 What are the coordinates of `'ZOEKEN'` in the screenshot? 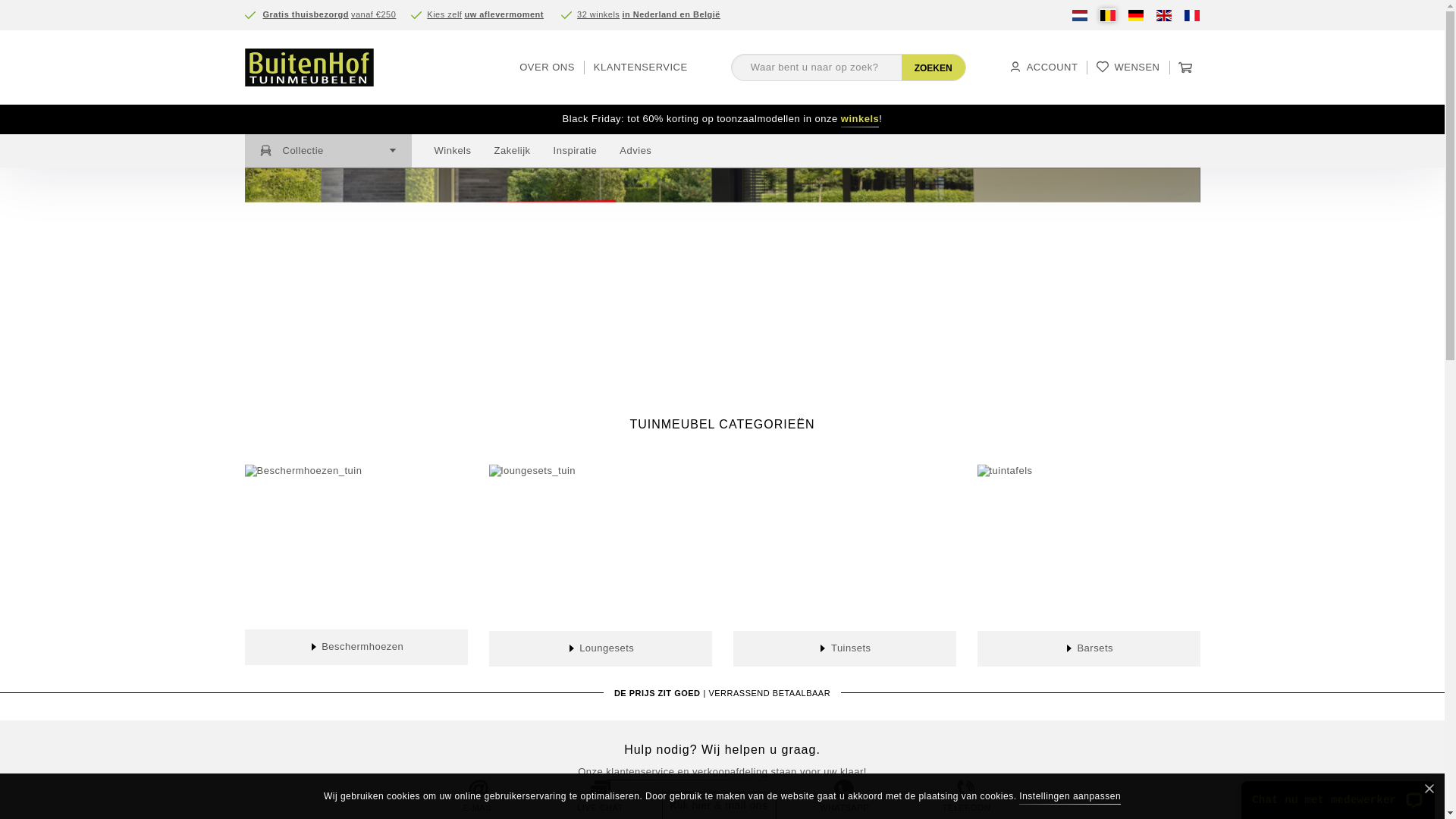 It's located at (902, 66).